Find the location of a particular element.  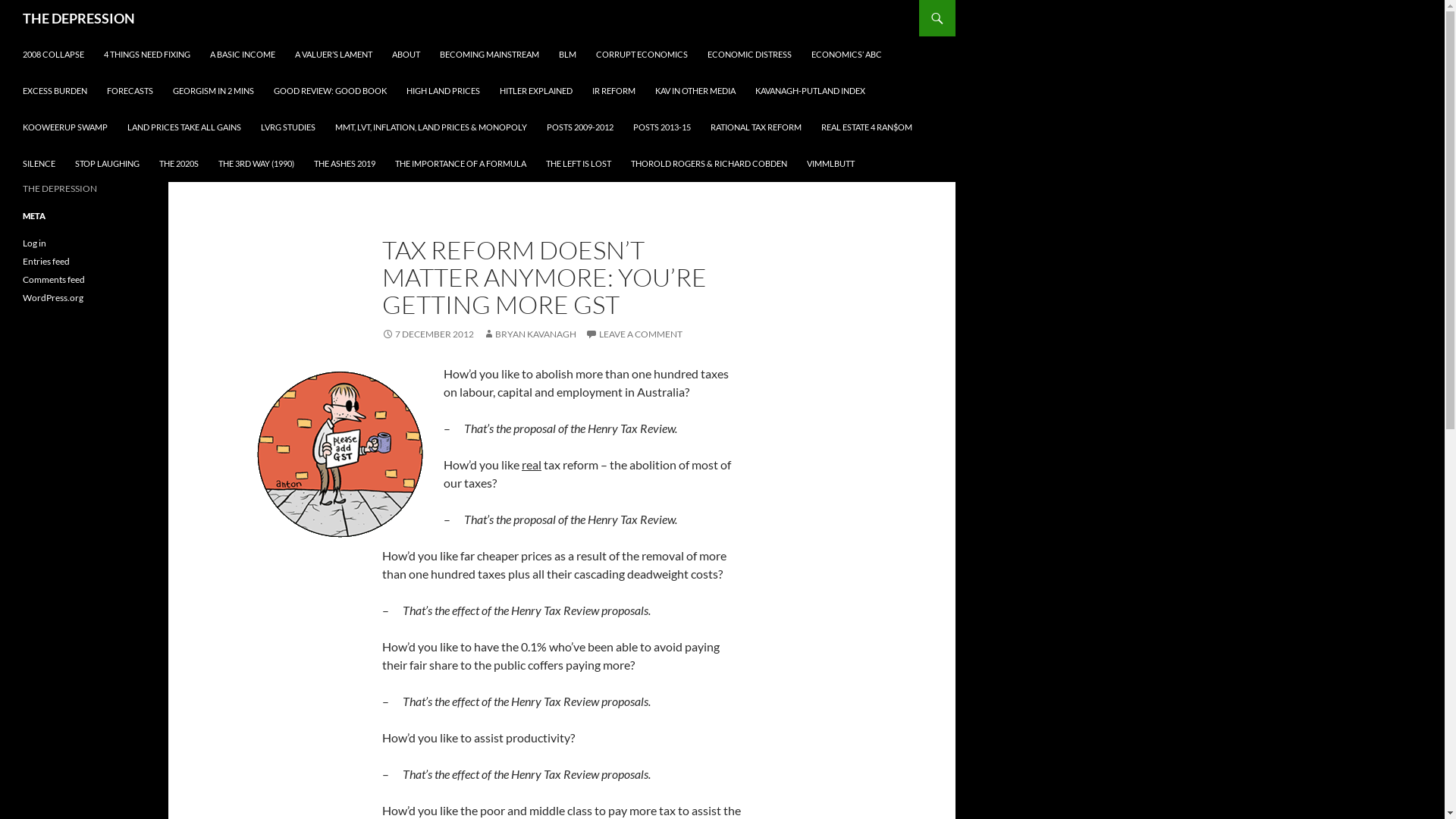

'LVRG STUDIES' is located at coordinates (287, 127).